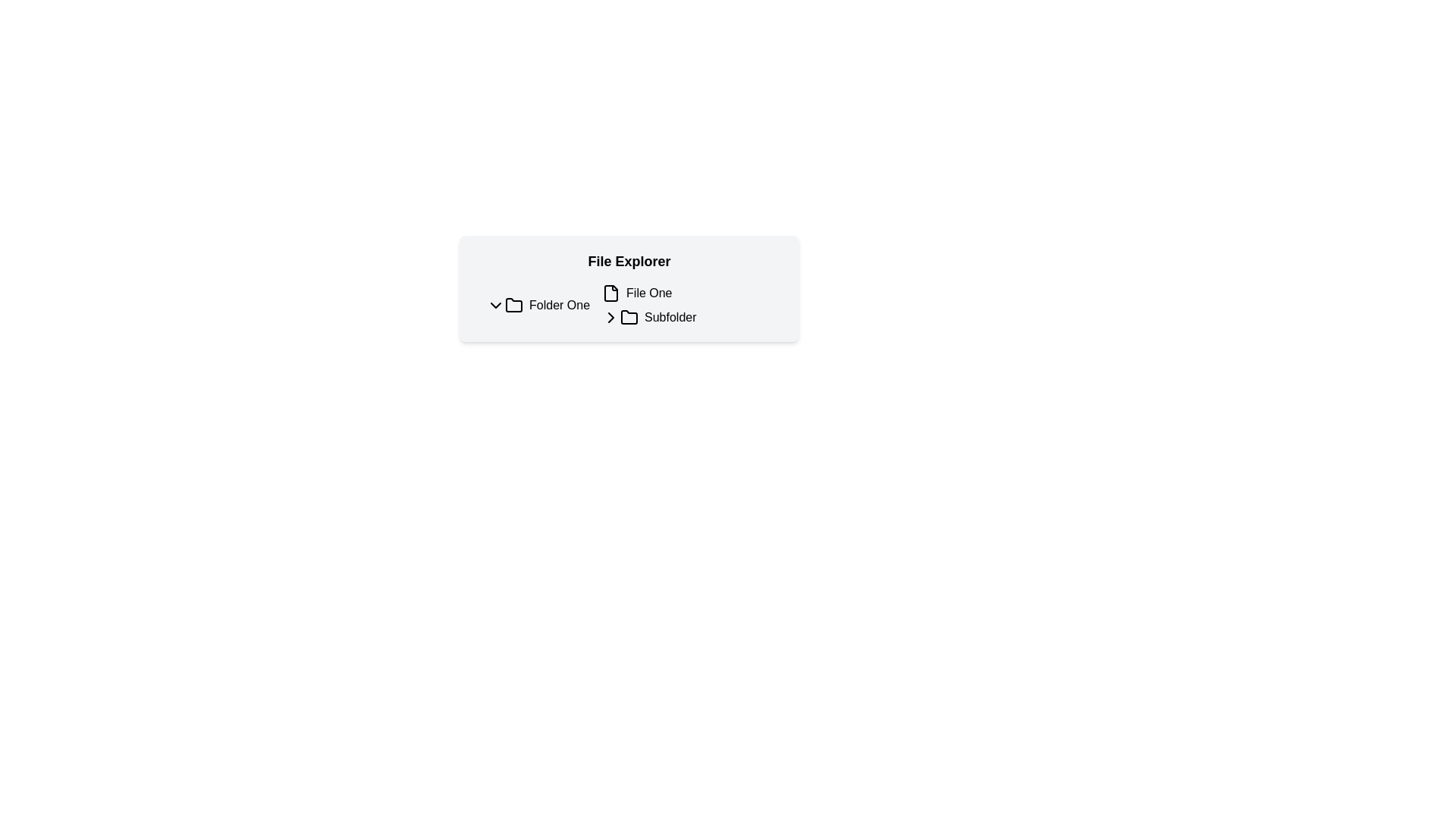 This screenshot has height=819, width=1456. What do you see at coordinates (611, 317) in the screenshot?
I see `the chevron icon located to the left of the 'Subfolder' label to trigger a tooltip` at bounding box center [611, 317].